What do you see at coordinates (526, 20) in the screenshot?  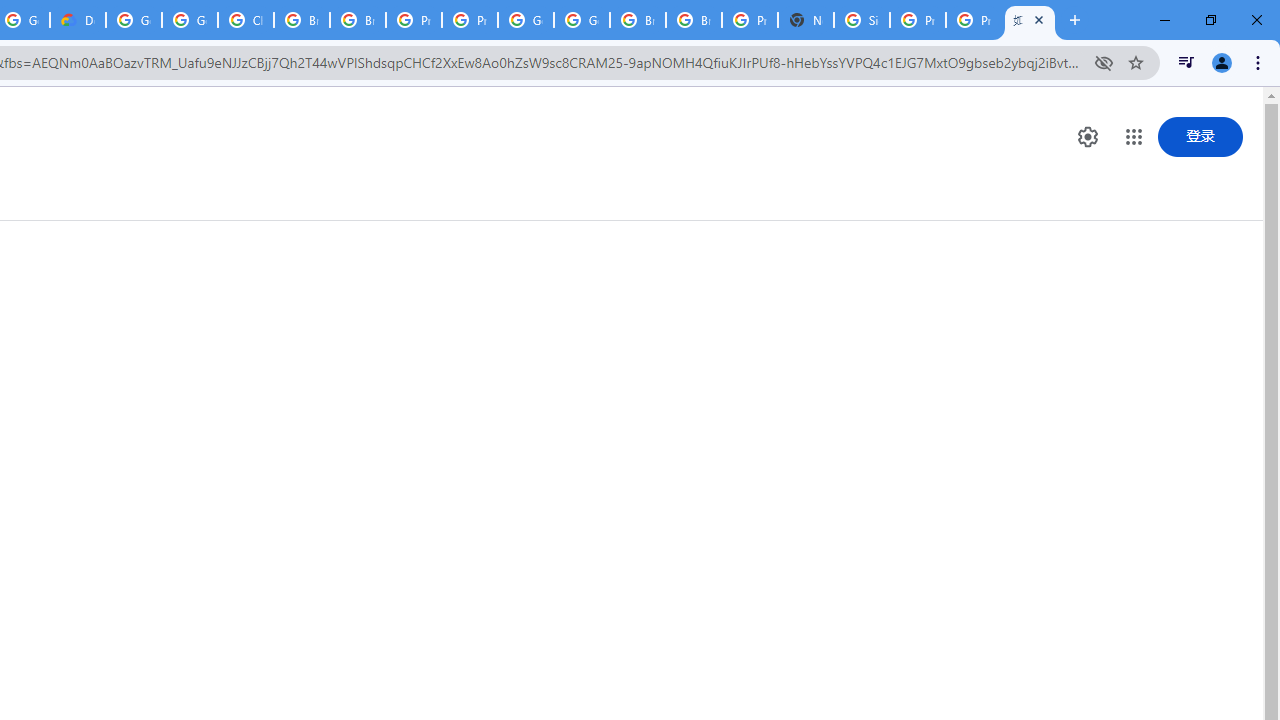 I see `'Google Cloud Platform'` at bounding box center [526, 20].